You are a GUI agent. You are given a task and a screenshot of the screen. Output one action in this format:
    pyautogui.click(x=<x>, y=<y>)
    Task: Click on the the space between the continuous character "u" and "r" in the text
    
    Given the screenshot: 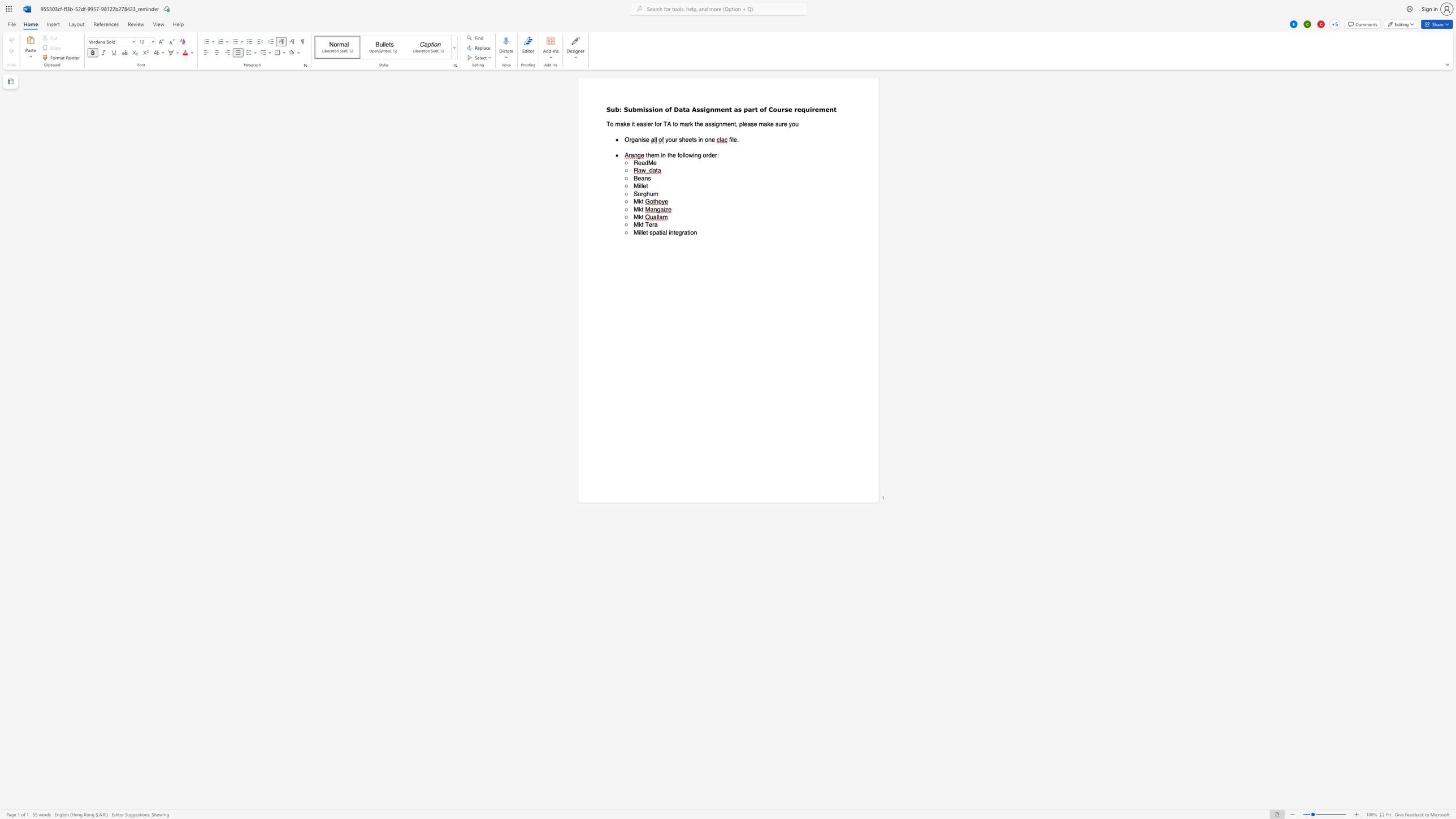 What is the action you would take?
    pyautogui.click(x=781, y=109)
    